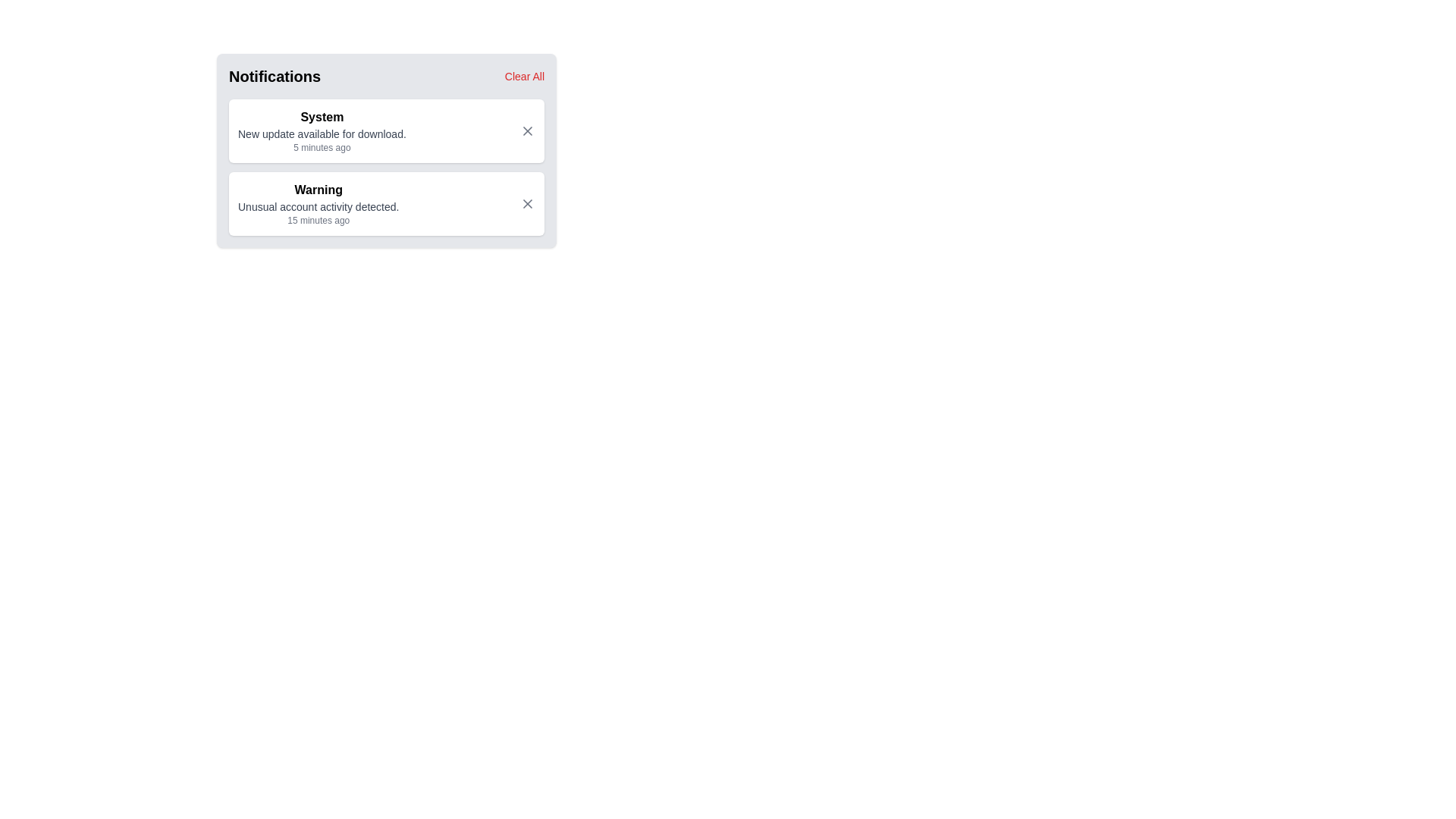 The image size is (1456, 819). Describe the element at coordinates (321, 116) in the screenshot. I see `the bold 'System' text label located at the top of the first notification card in the 'Notifications' section` at that location.